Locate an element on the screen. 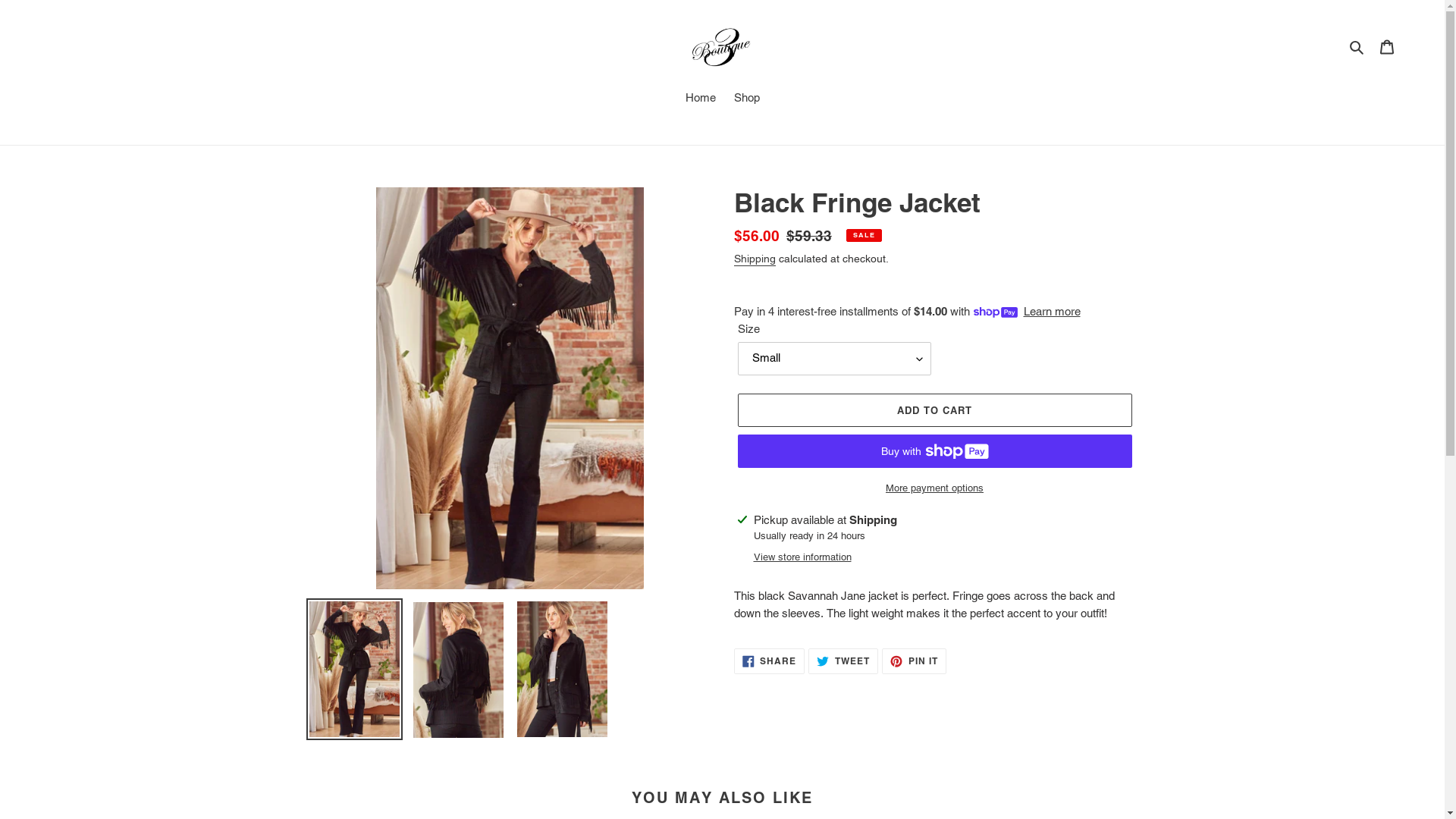 This screenshot has width=1456, height=819. 'View store information' is located at coordinates (802, 557).